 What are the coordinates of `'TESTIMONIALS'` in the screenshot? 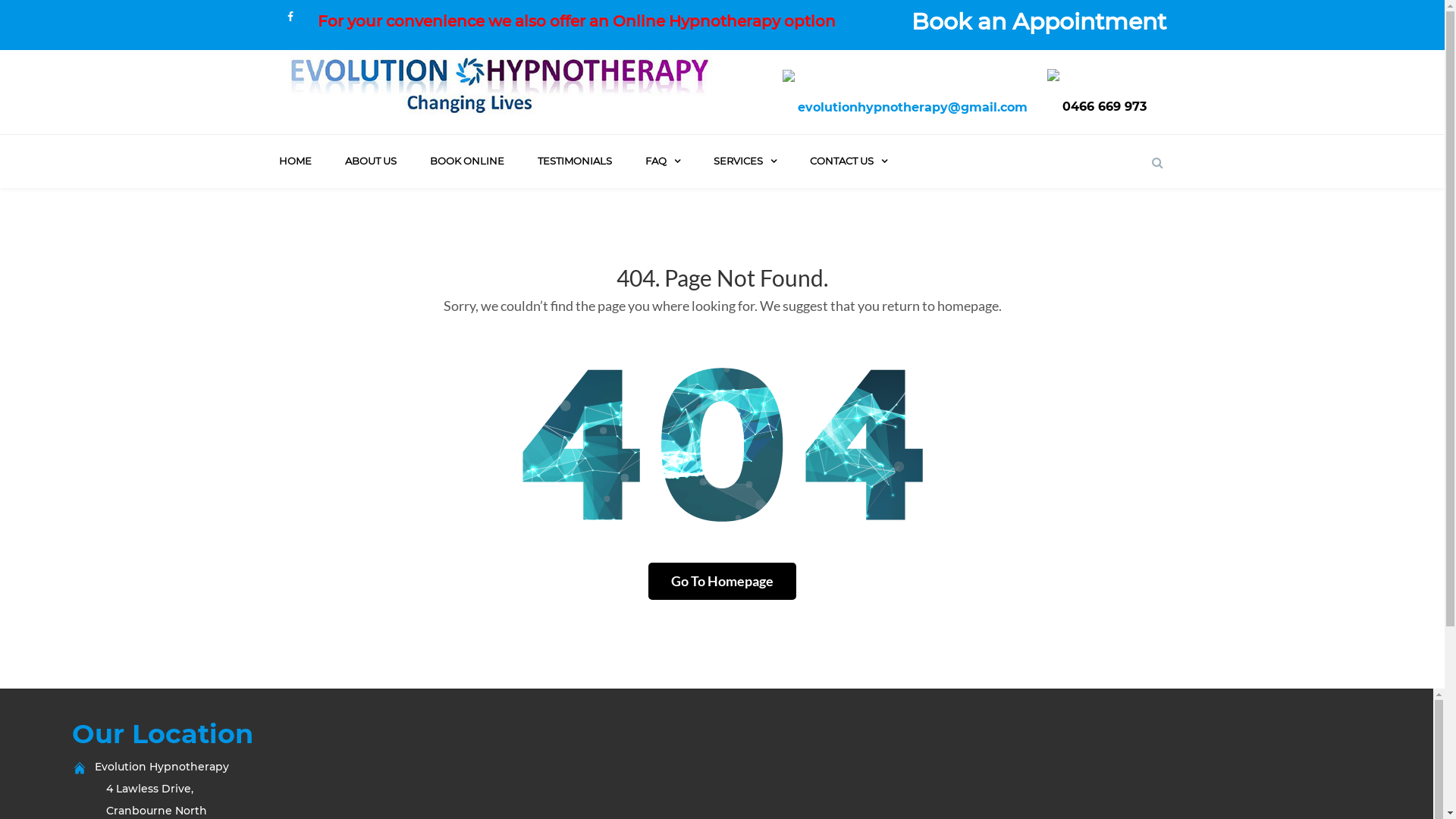 It's located at (537, 161).